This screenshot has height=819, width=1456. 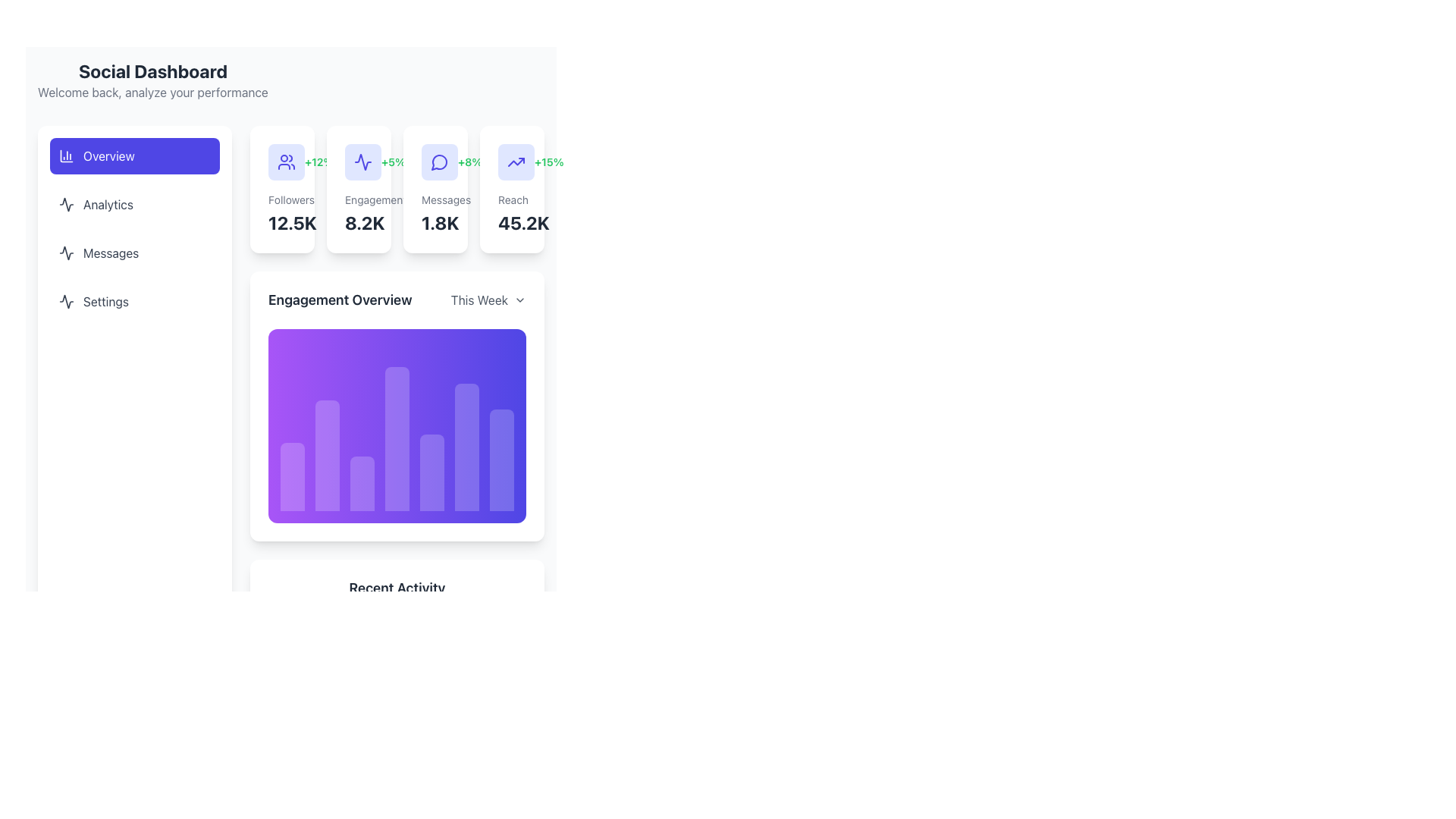 What do you see at coordinates (419, 773) in the screenshot?
I see `timestamp information displayed as '2 hours ago' located within the 'Recent Activity' section, below the message 'New follower milestone reached'` at bounding box center [419, 773].